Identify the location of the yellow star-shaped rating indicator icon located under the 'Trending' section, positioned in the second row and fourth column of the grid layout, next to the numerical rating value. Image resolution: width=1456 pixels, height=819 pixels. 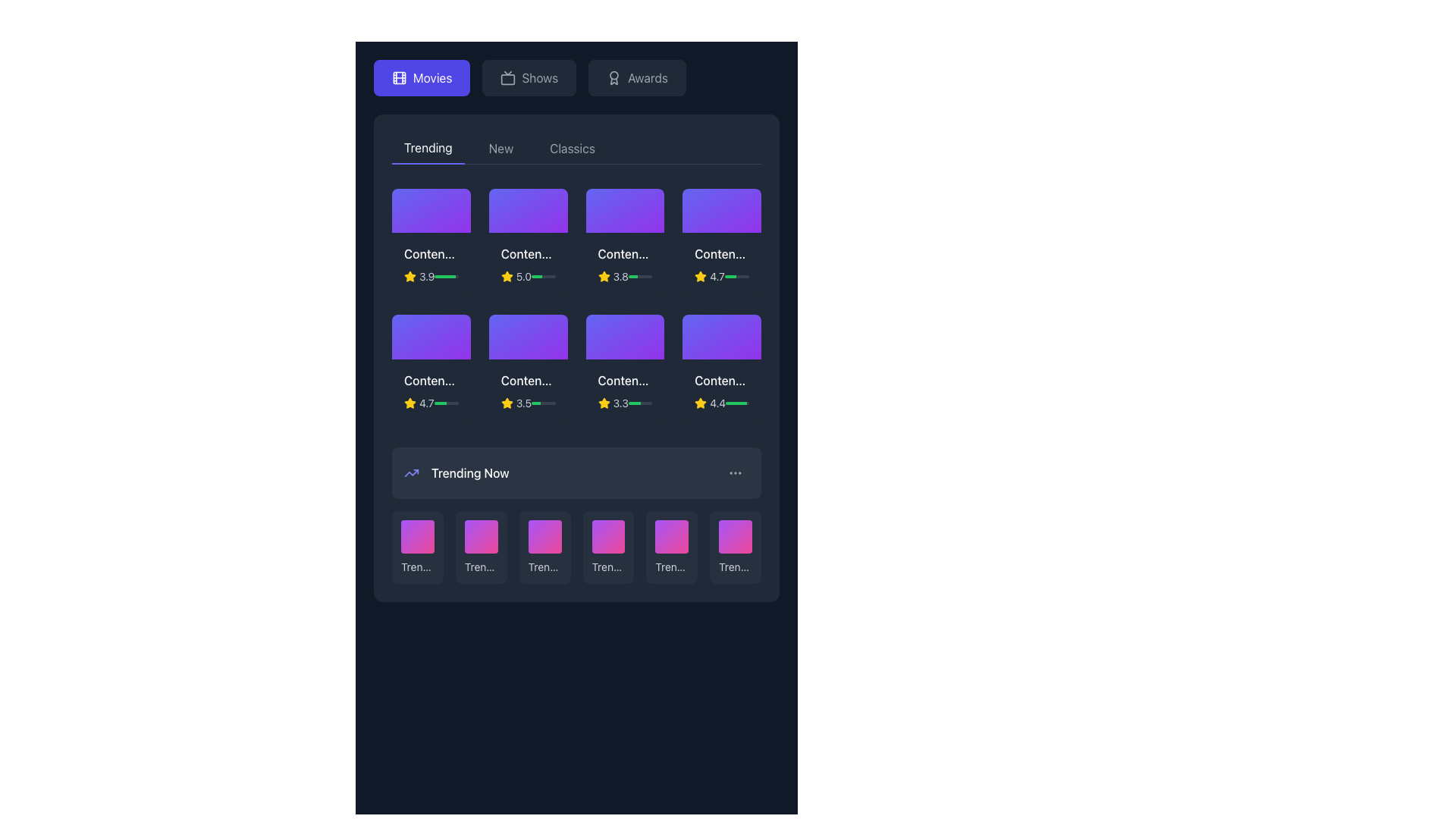
(700, 277).